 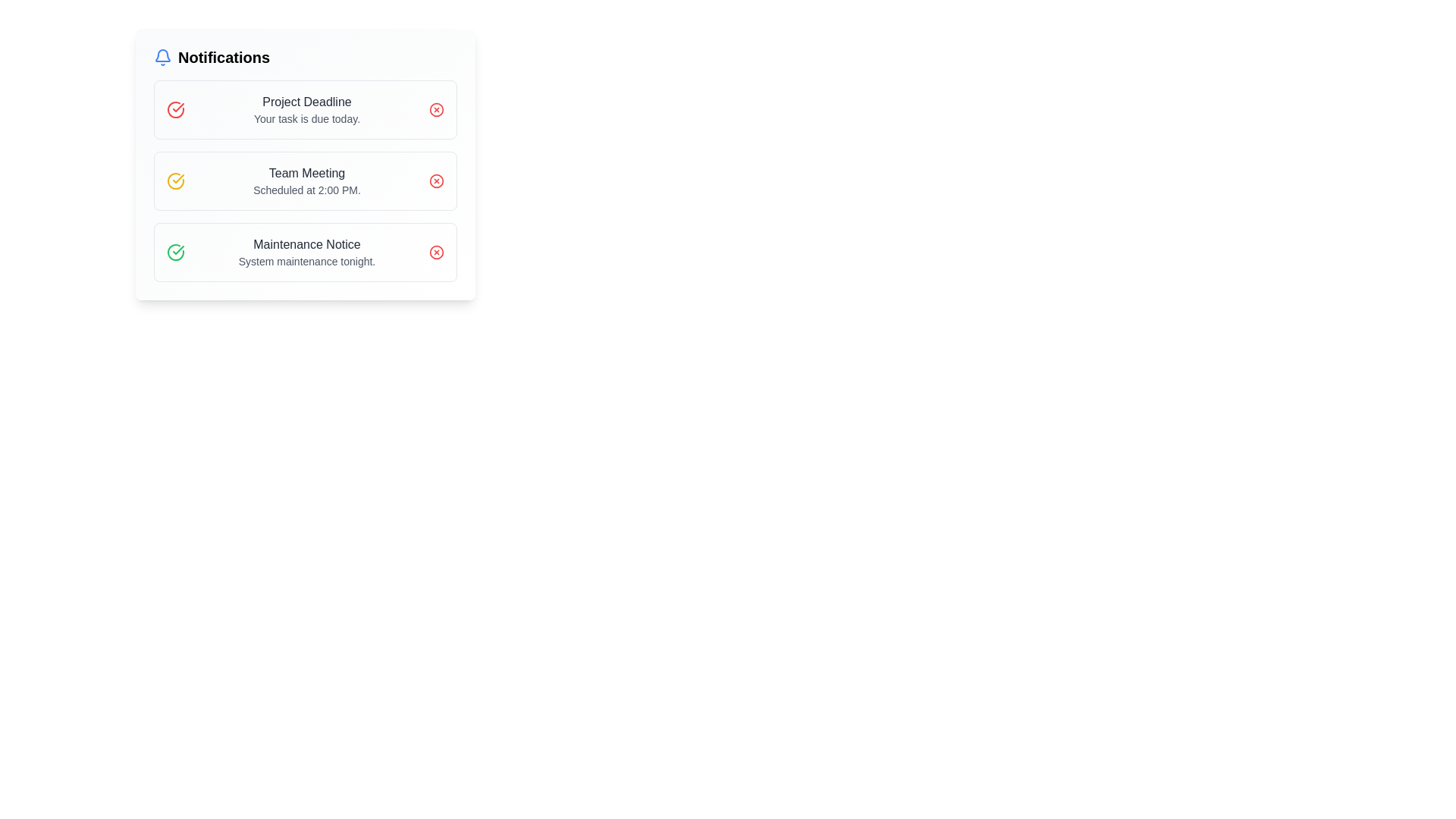 What do you see at coordinates (306, 118) in the screenshot?
I see `the text element that reads 'Your task is due today.' which is positioned directly beneath the 'Project Deadline' text in the notification card` at bounding box center [306, 118].